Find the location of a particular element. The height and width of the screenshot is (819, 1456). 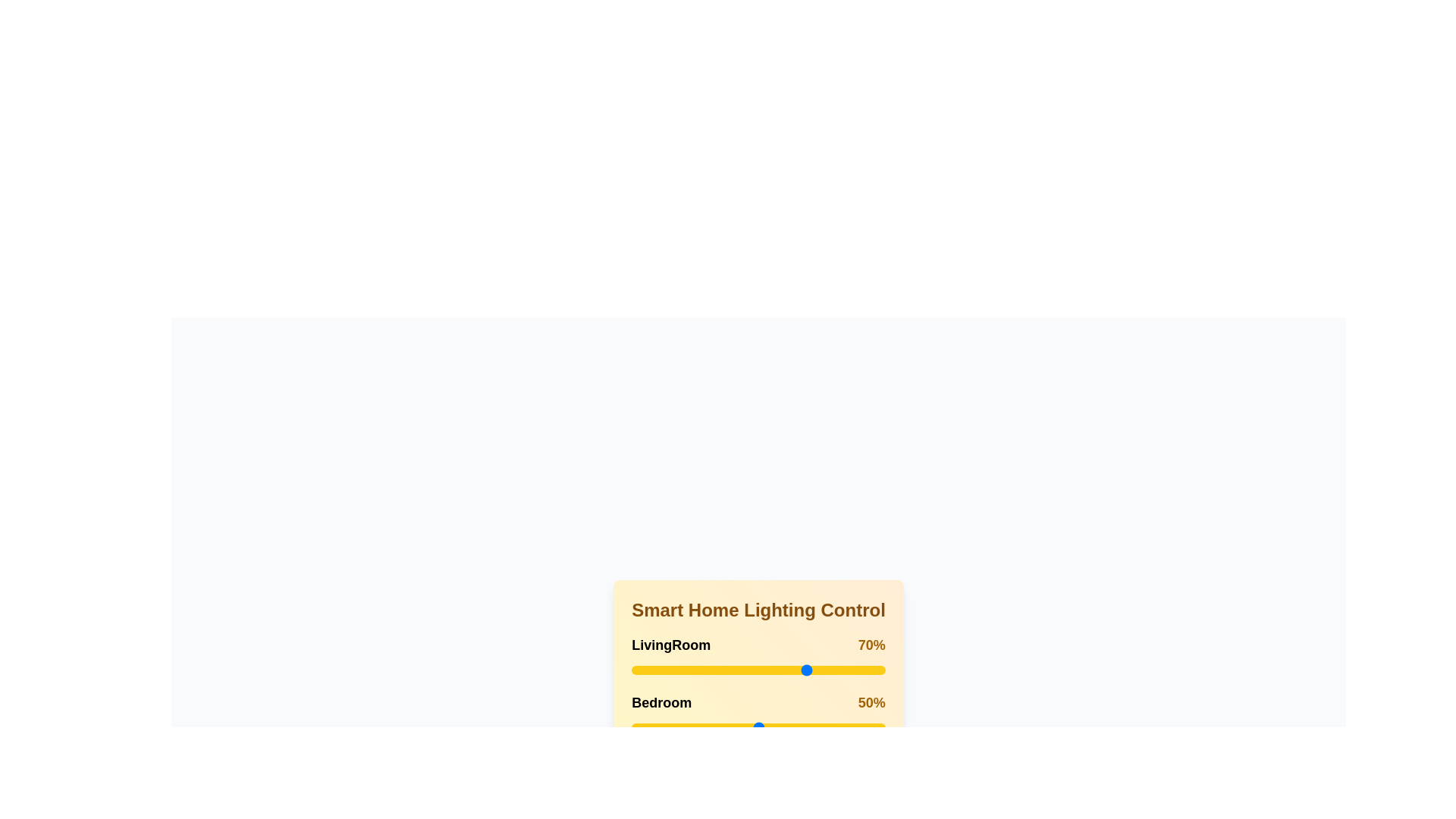

the yellow horizontal range slider track located below the 'LivingRoom' and '70%' labels to set a value is located at coordinates (758, 669).